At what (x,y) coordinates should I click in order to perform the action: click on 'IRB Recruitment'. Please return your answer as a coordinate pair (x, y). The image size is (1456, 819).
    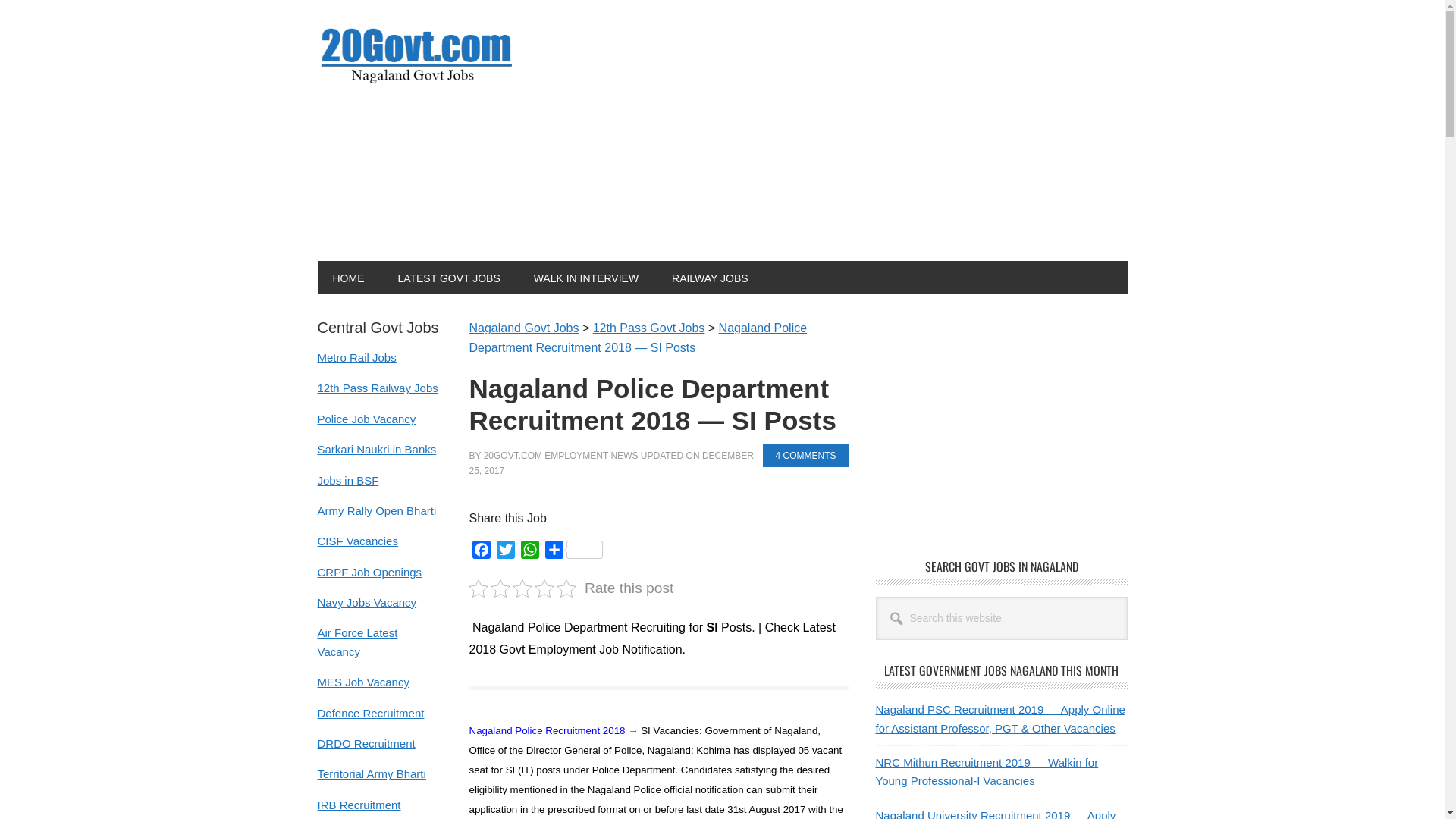
    Looking at the image, I should click on (358, 804).